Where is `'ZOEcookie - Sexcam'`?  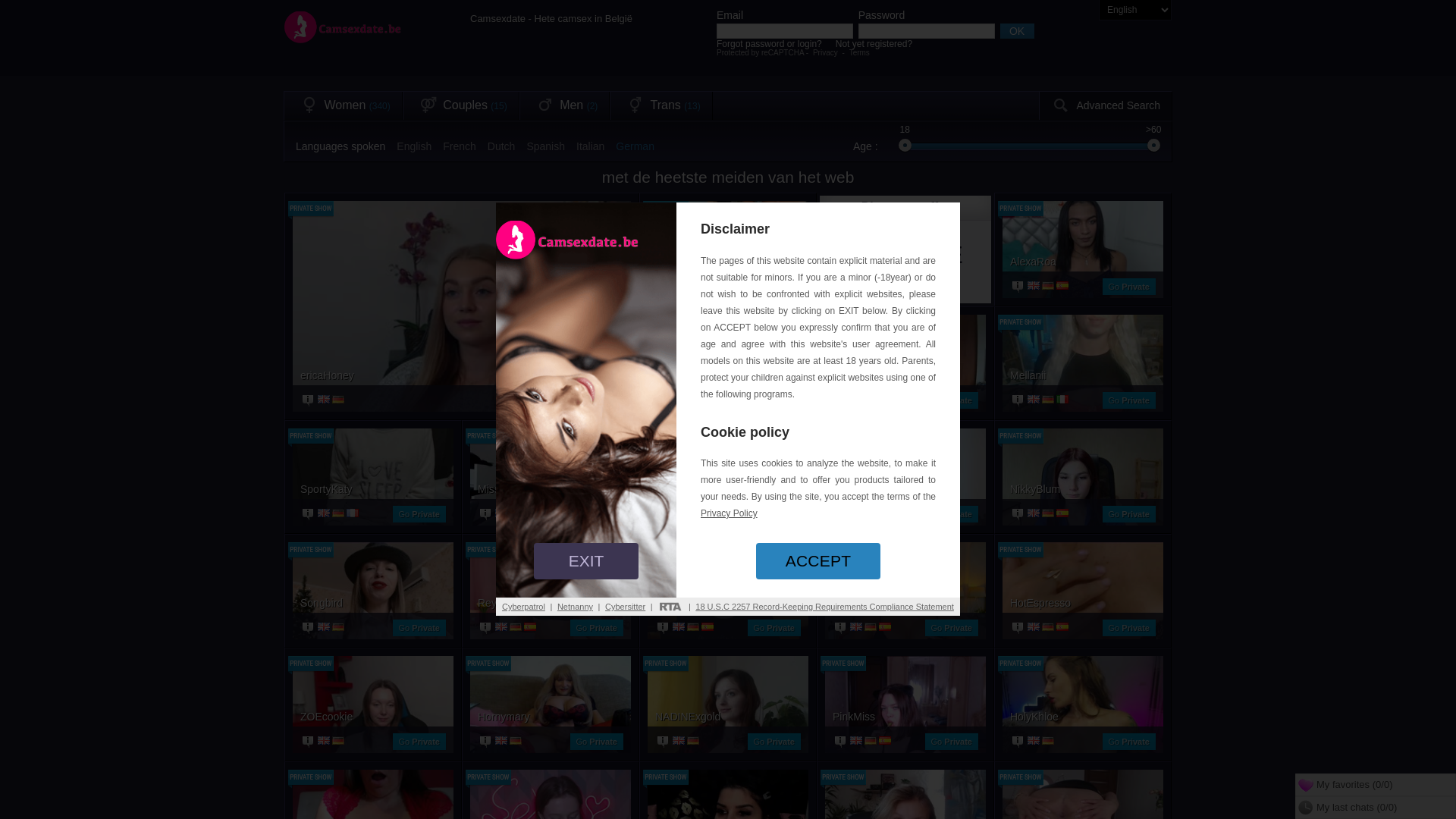 'ZOEcookie - Sexcam' is located at coordinates (372, 716).